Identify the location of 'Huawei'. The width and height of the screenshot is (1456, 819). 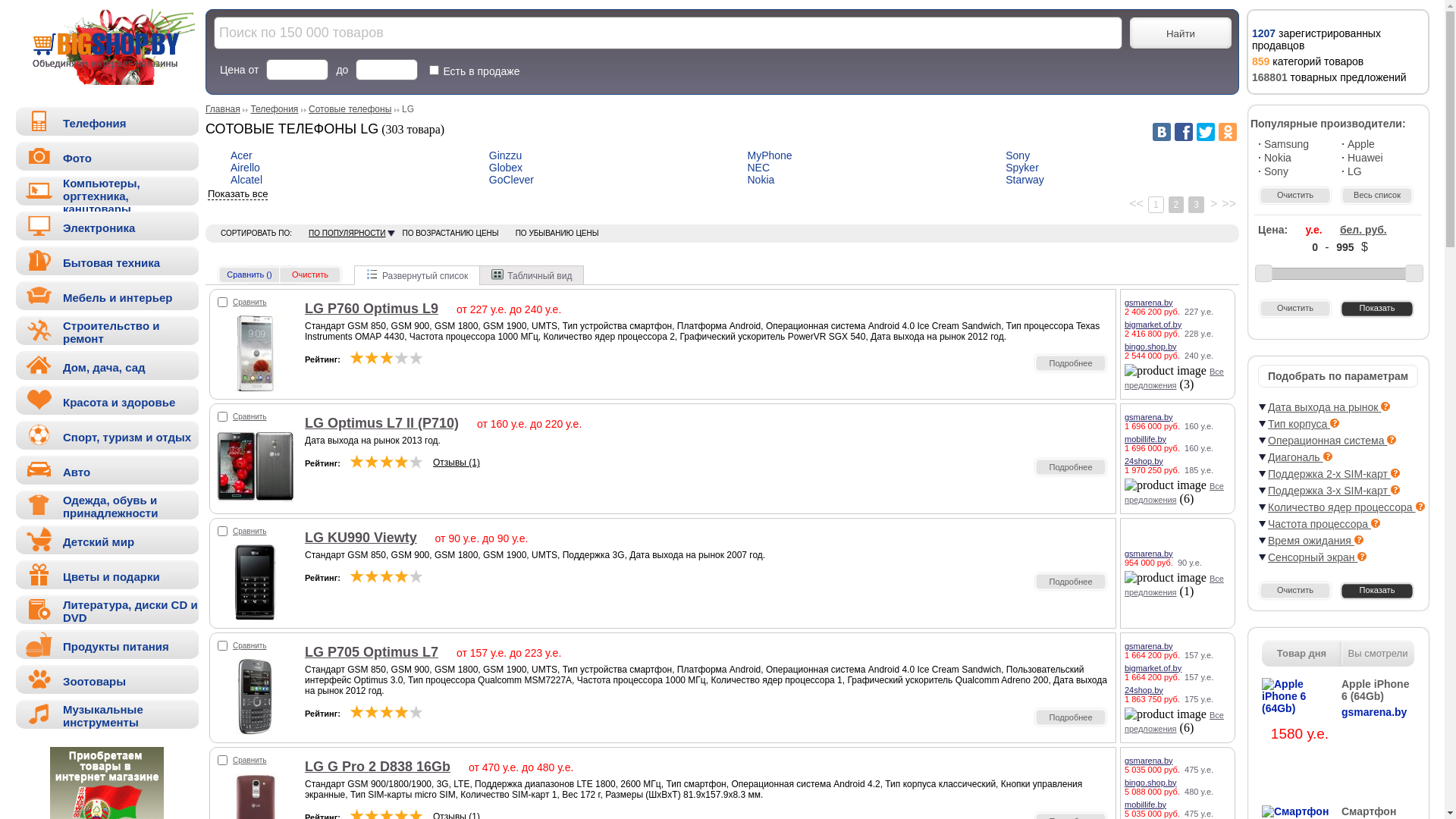
(1379, 158).